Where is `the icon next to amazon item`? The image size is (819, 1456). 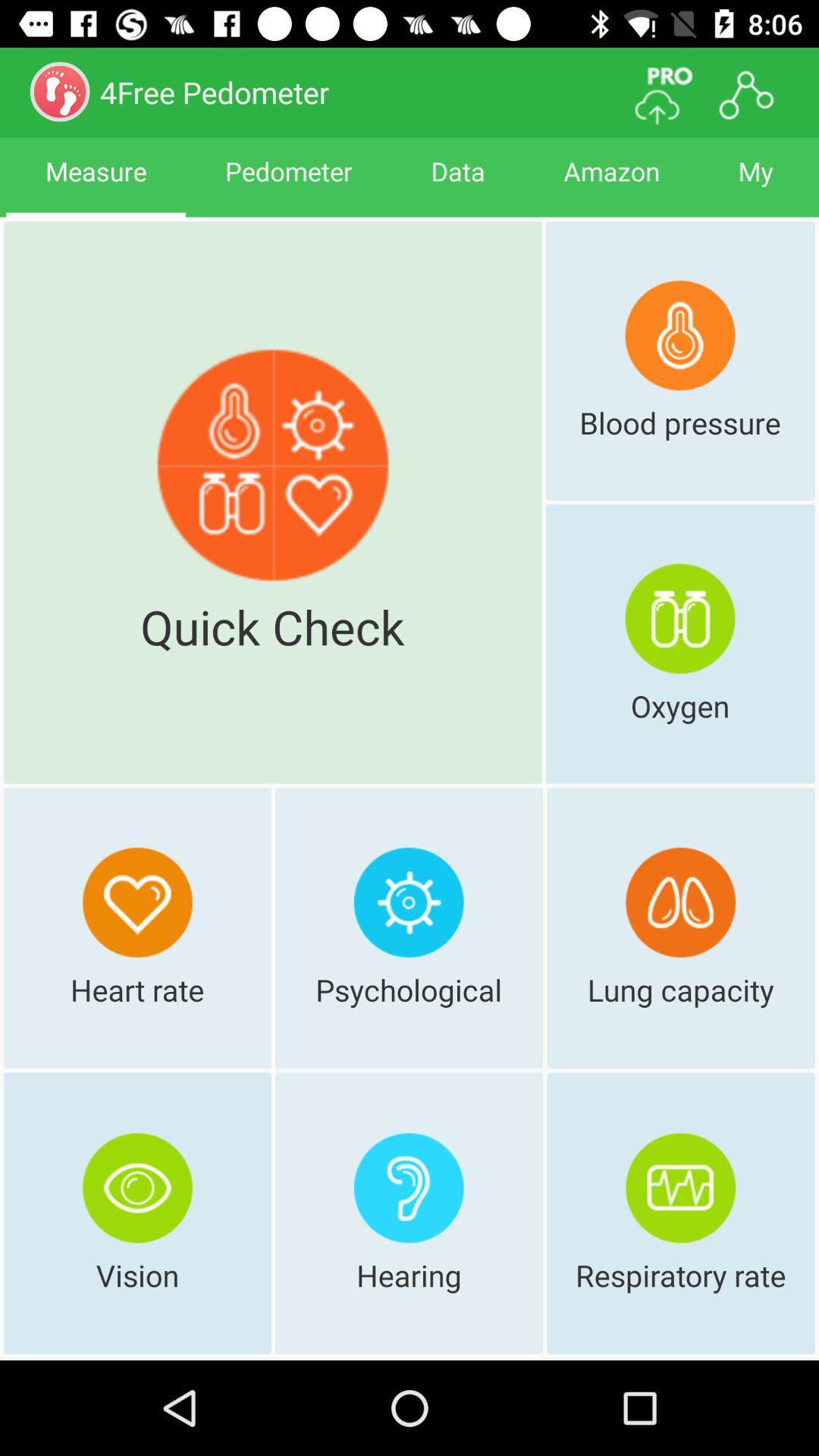 the icon next to amazon item is located at coordinates (457, 184).